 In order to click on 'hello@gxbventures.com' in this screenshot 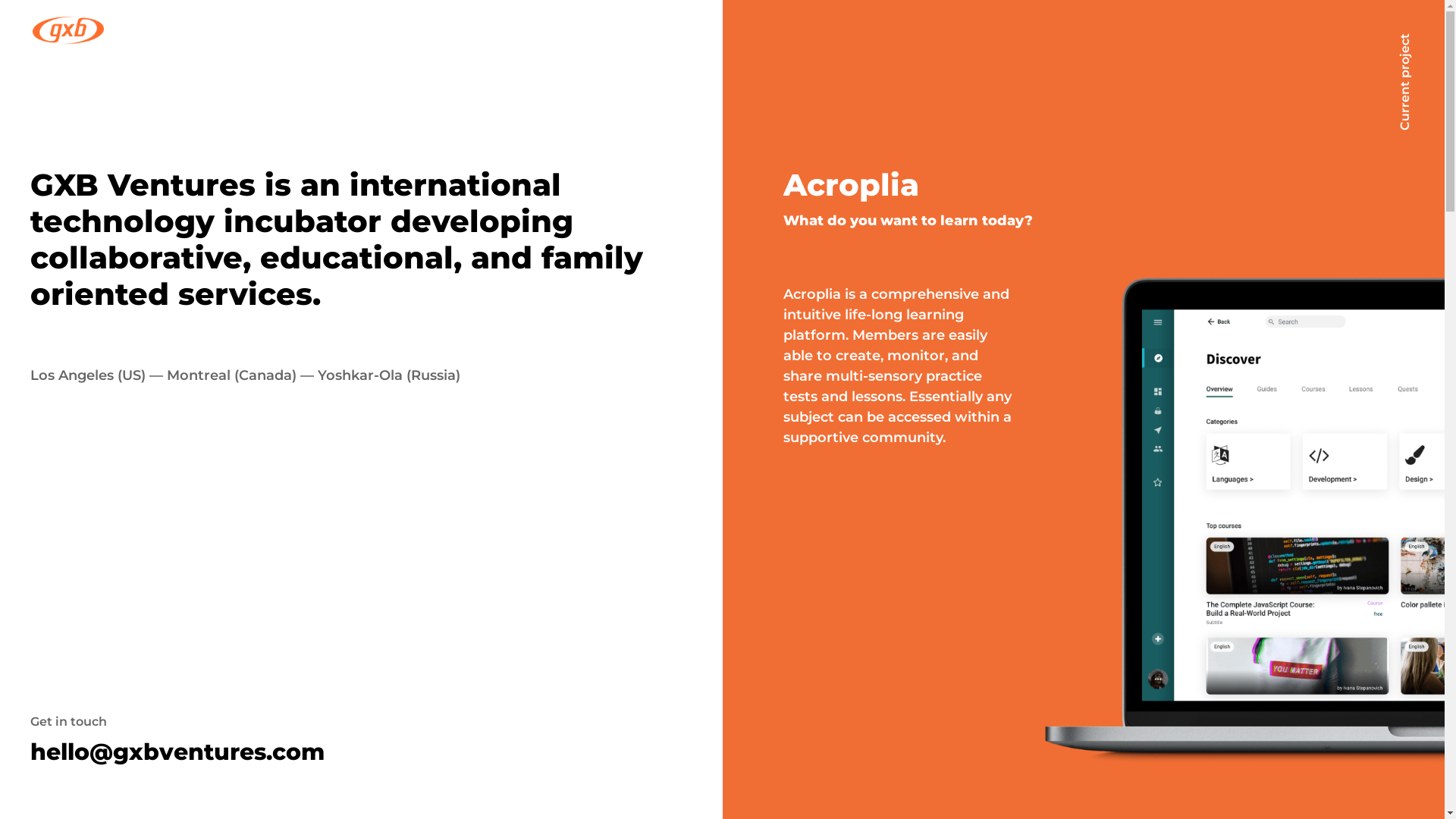, I will do `click(177, 752)`.